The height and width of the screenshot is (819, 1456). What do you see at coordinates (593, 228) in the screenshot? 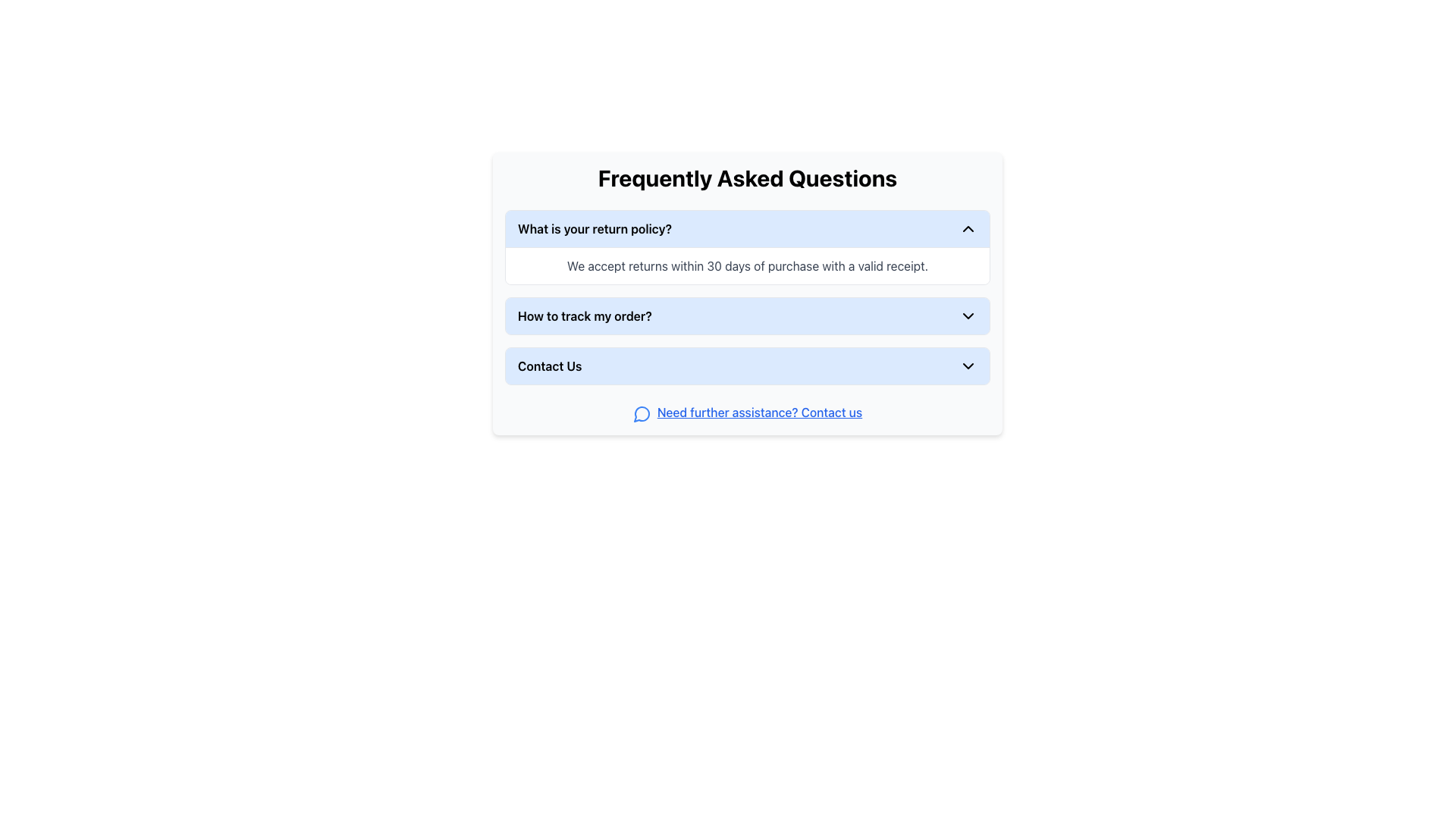
I see `the Text Label (Header within a collapsible accordion) located at the top of the 'Frequently Asked Questions' section` at bounding box center [593, 228].